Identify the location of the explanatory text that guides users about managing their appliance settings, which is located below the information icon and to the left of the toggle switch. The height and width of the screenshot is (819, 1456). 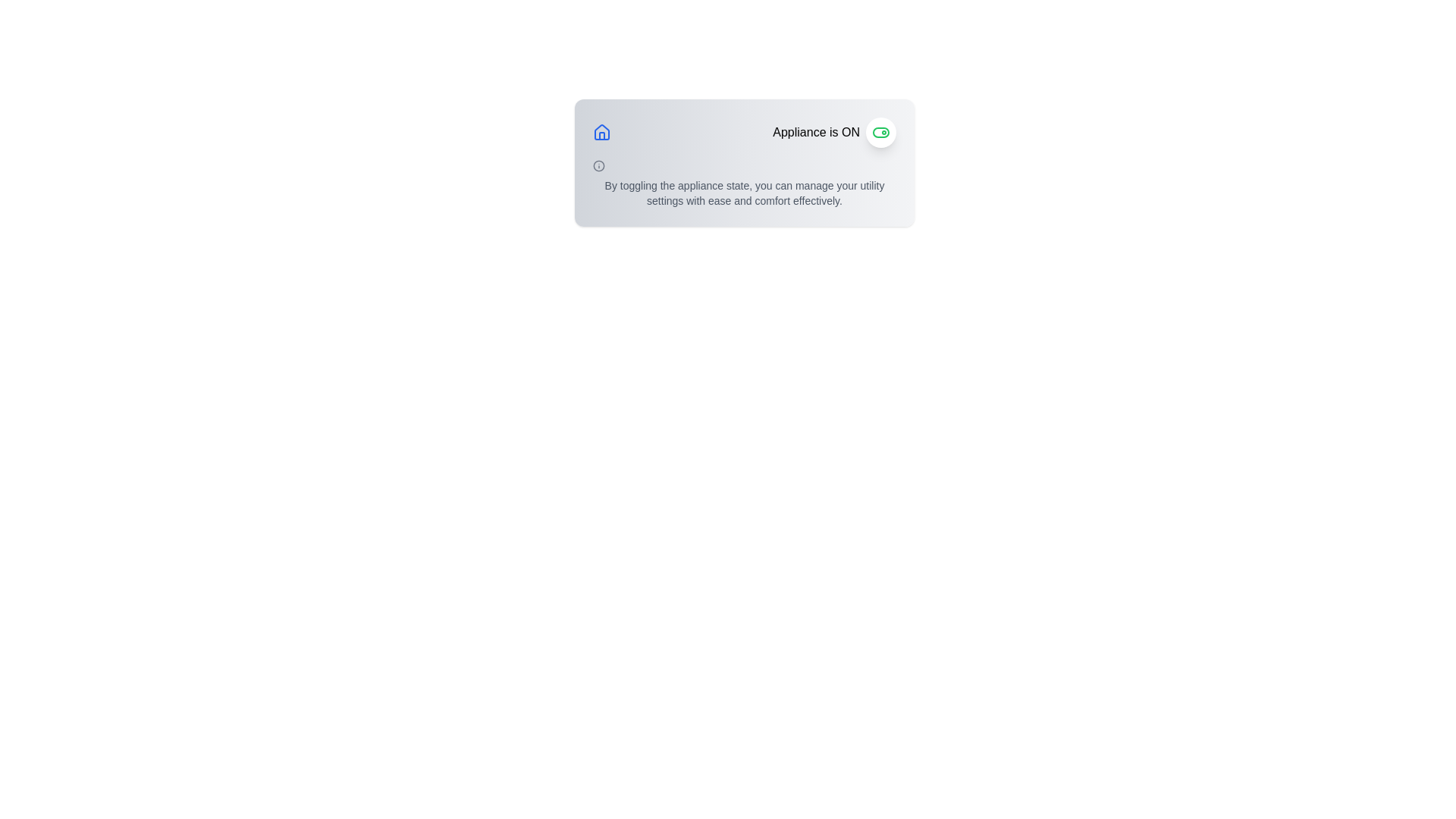
(745, 192).